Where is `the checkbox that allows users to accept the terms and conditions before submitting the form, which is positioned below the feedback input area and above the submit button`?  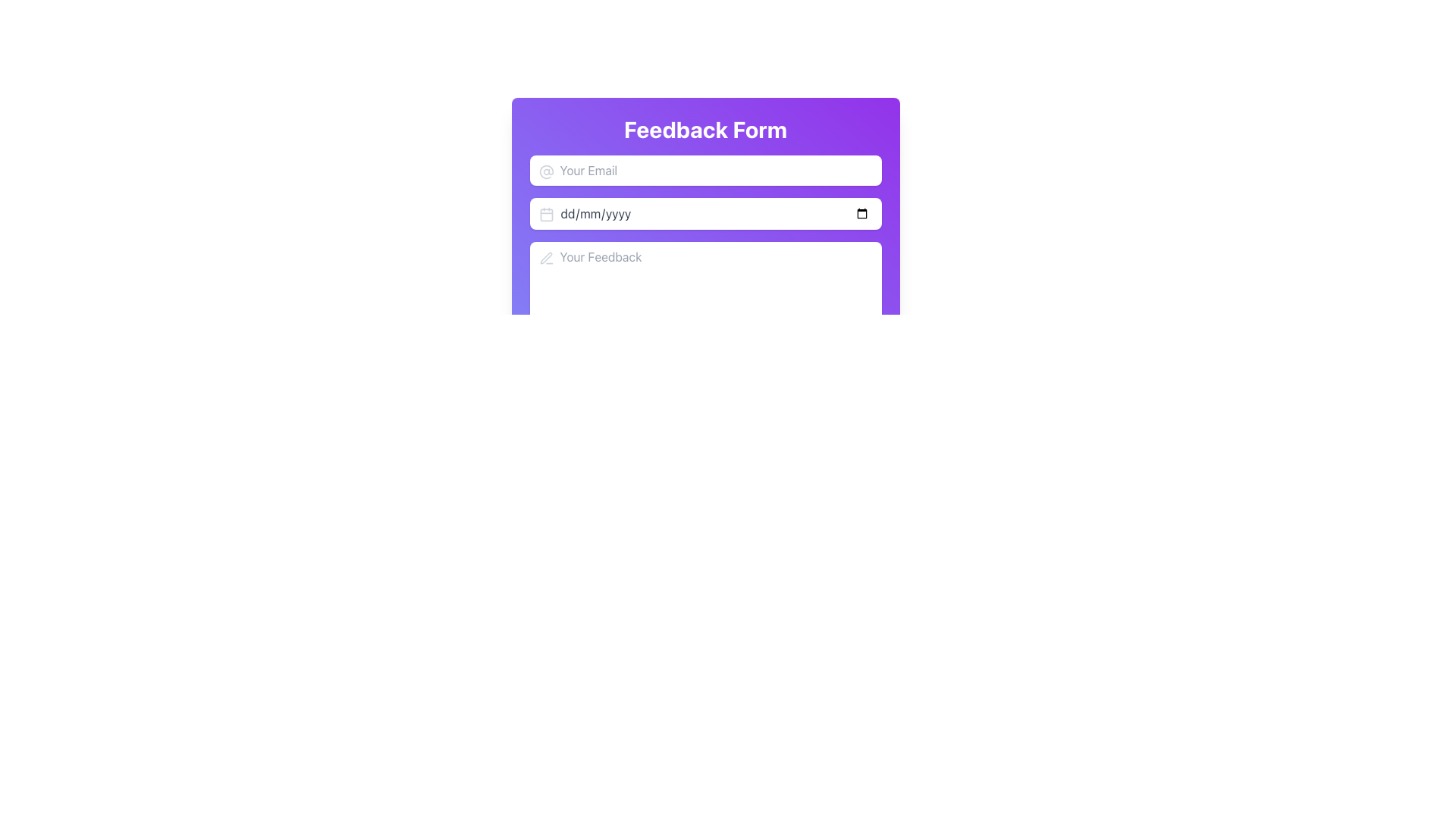 the checkbox that allows users to accept the terms and conditions before submitting the form, which is positioned below the feedback input area and above the submit button is located at coordinates (704, 353).